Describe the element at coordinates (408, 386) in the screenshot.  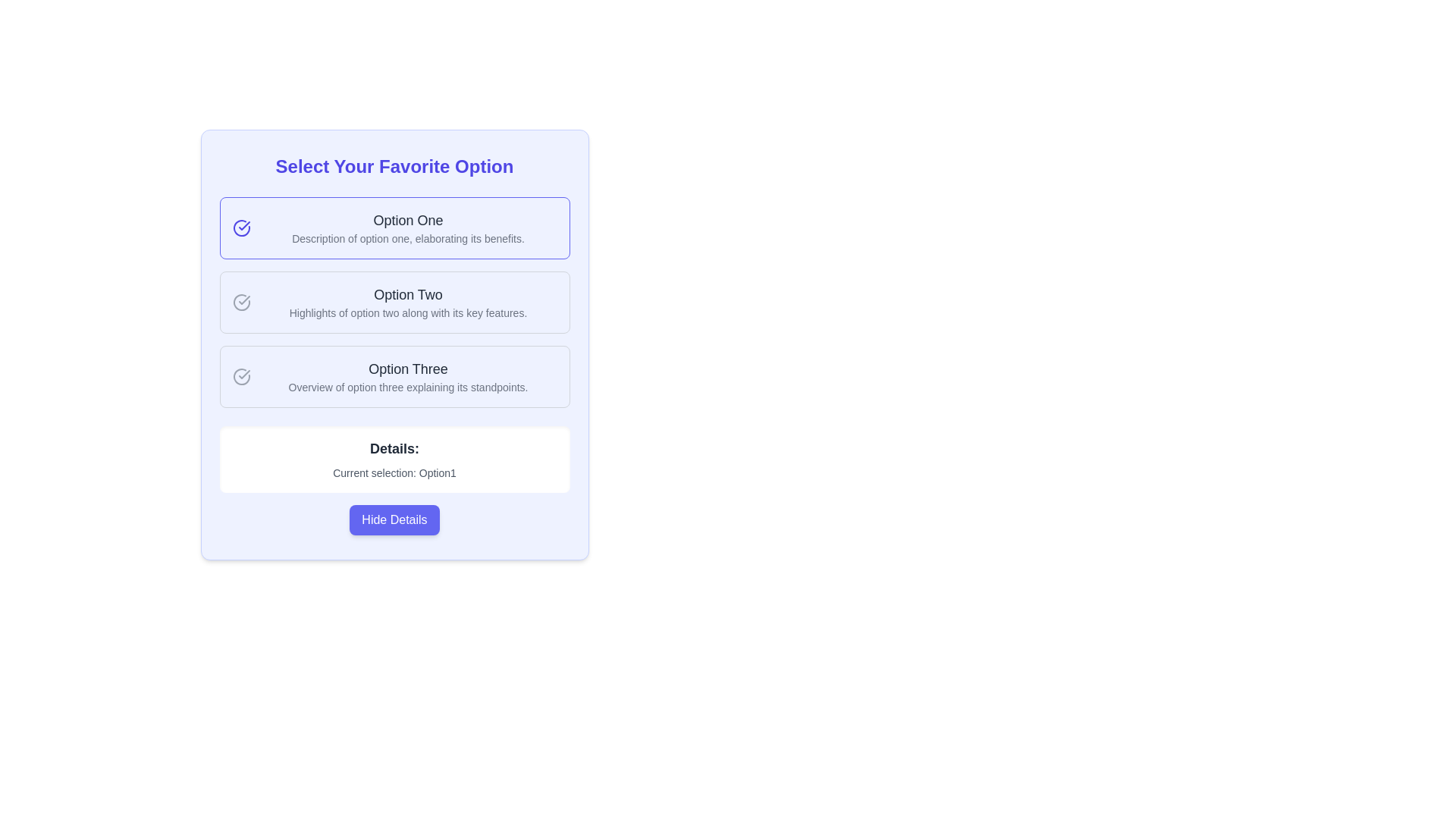
I see `informational text located in the 'Option Three' section, directly below its heading, which describes the core standpoints of 'Option Three'` at that location.